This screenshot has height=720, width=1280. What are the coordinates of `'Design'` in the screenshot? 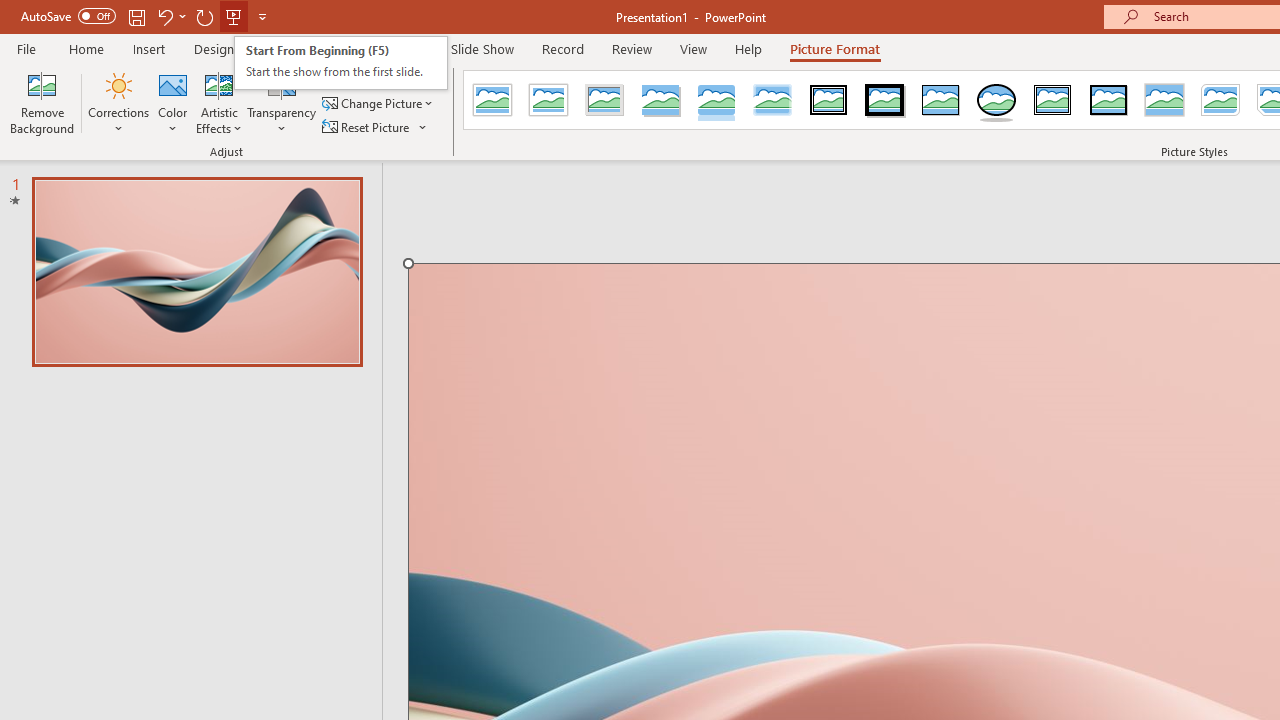 It's located at (214, 48).